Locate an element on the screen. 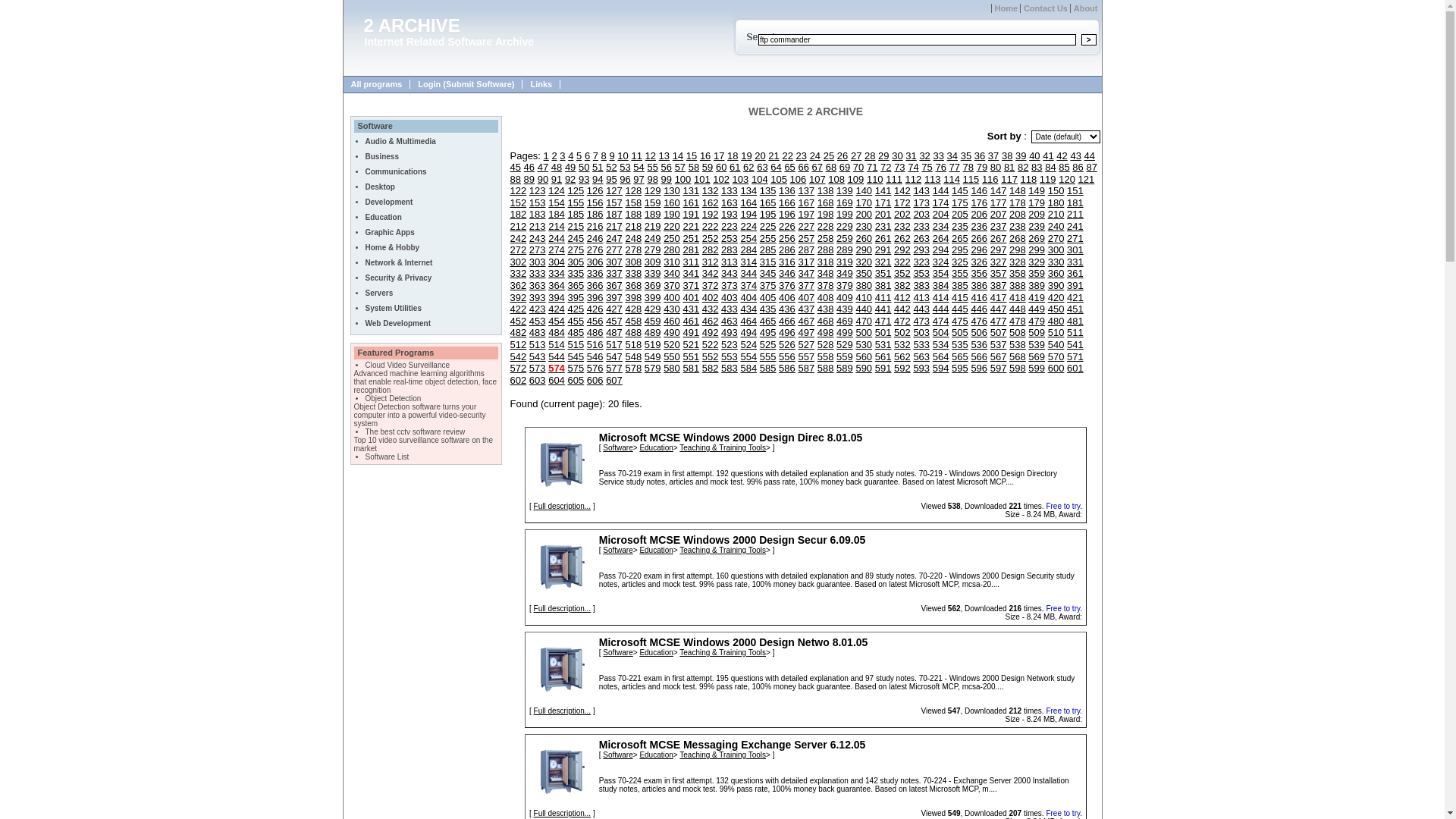  'Object Detection' is located at coordinates (393, 397).